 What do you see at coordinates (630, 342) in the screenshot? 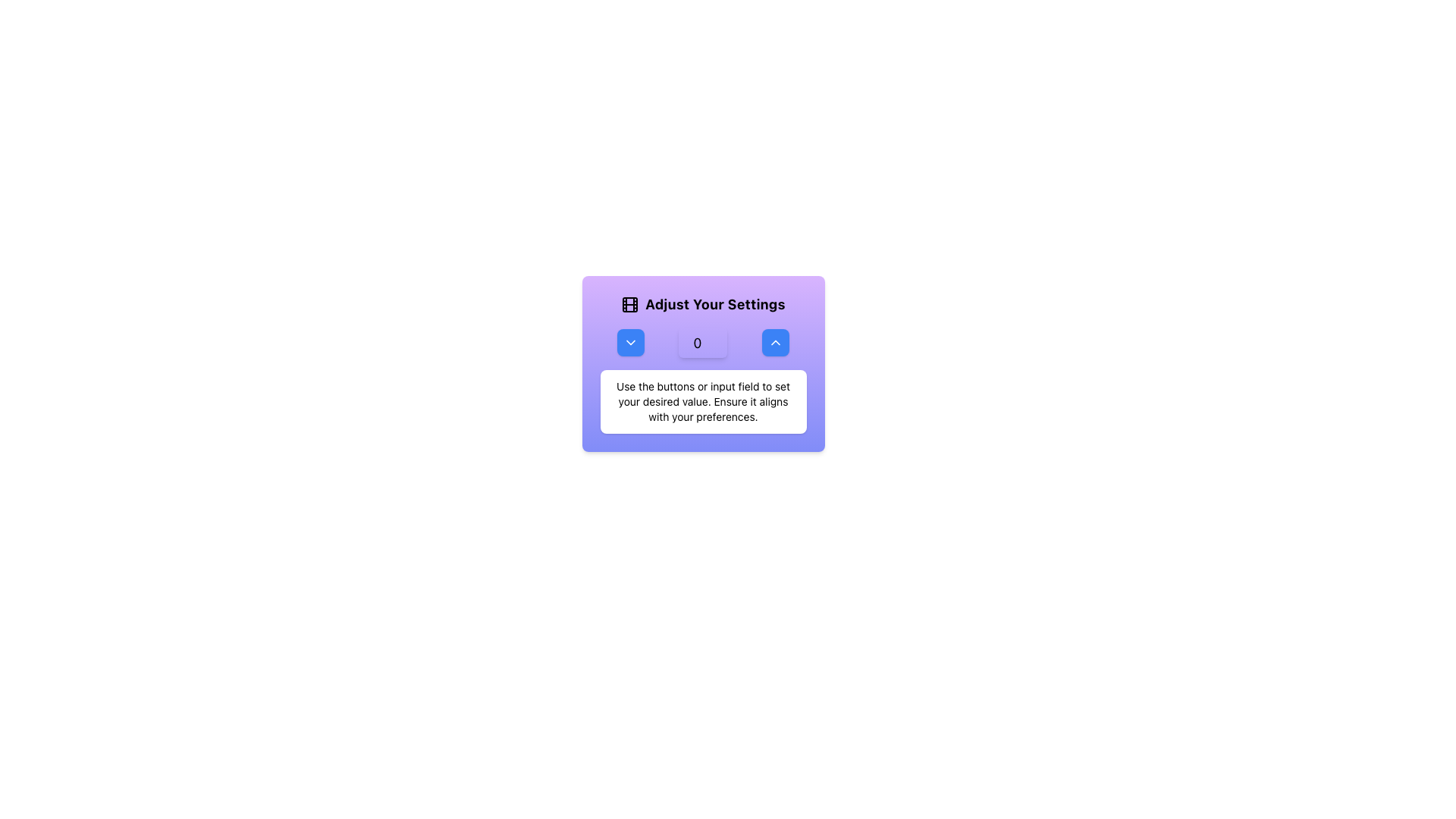
I see `the interactive button with a blue background and a white downward-facing chevron icon to decrease the numeric value` at bounding box center [630, 342].